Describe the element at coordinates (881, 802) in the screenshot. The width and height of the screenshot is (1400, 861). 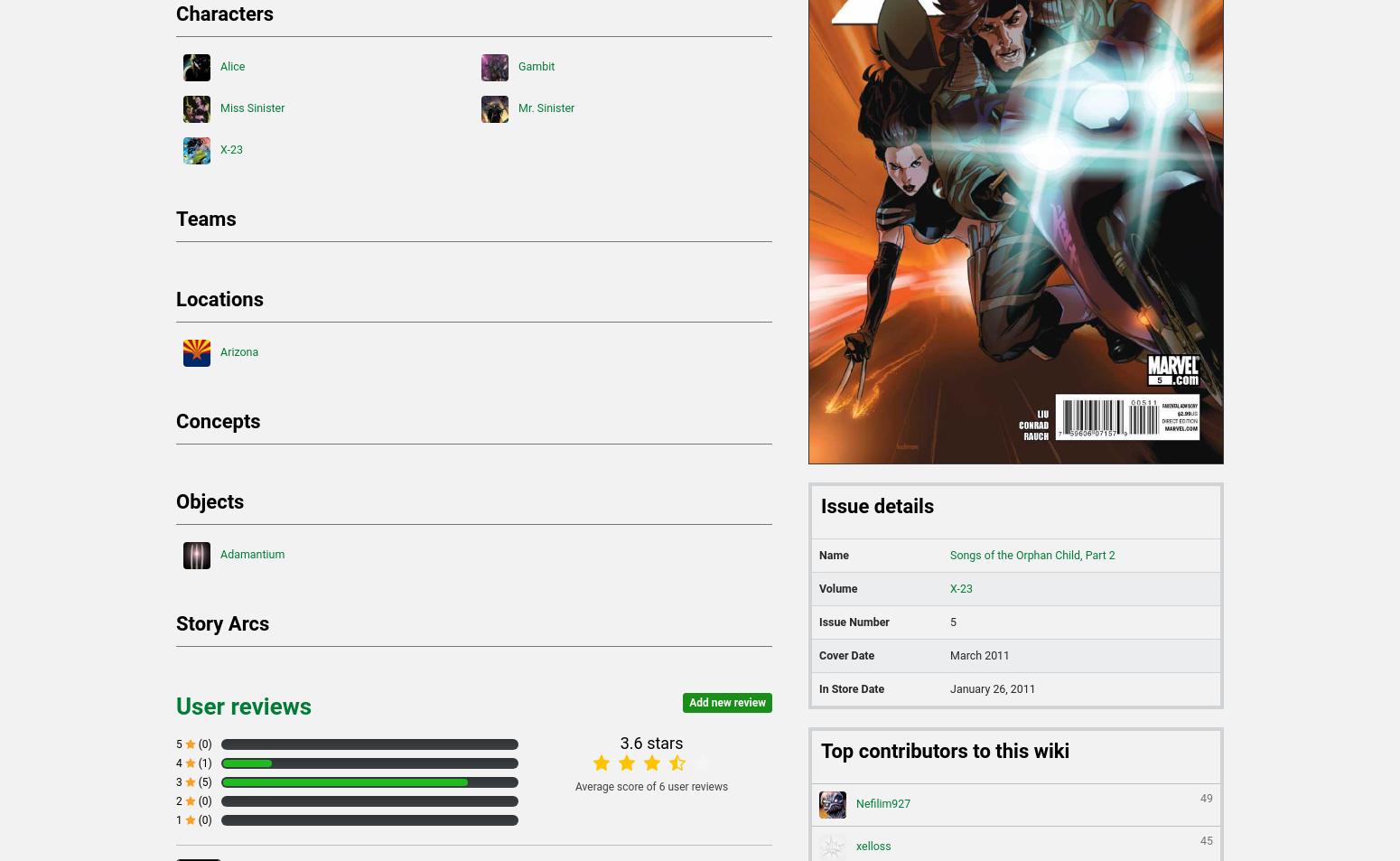
I see `'Nefilim927'` at that location.